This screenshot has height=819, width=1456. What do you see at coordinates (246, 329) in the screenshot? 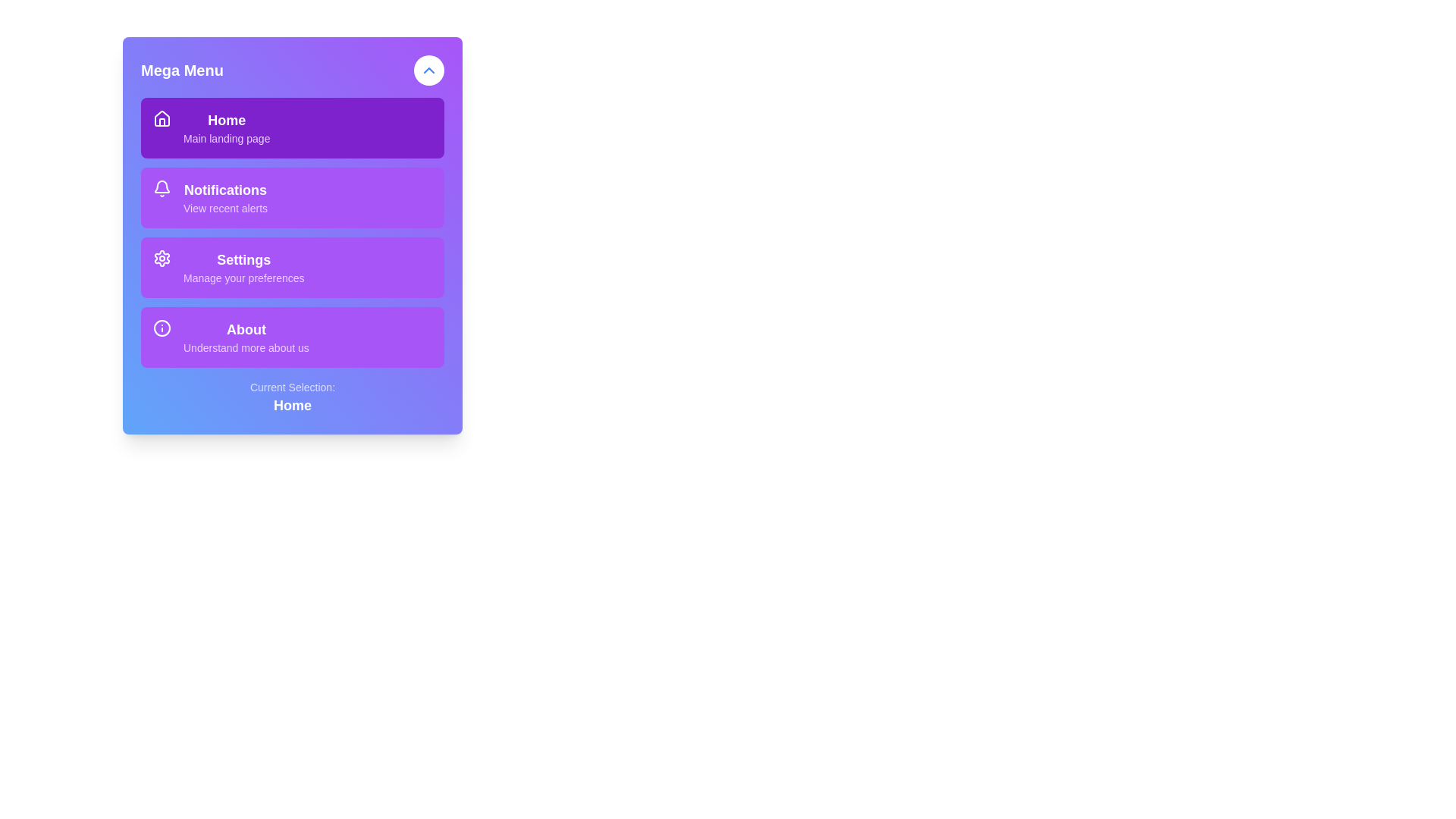
I see `the 'About' text label, which is a bold, larger text centered within a purple rectangular section in the top-left menu` at bounding box center [246, 329].